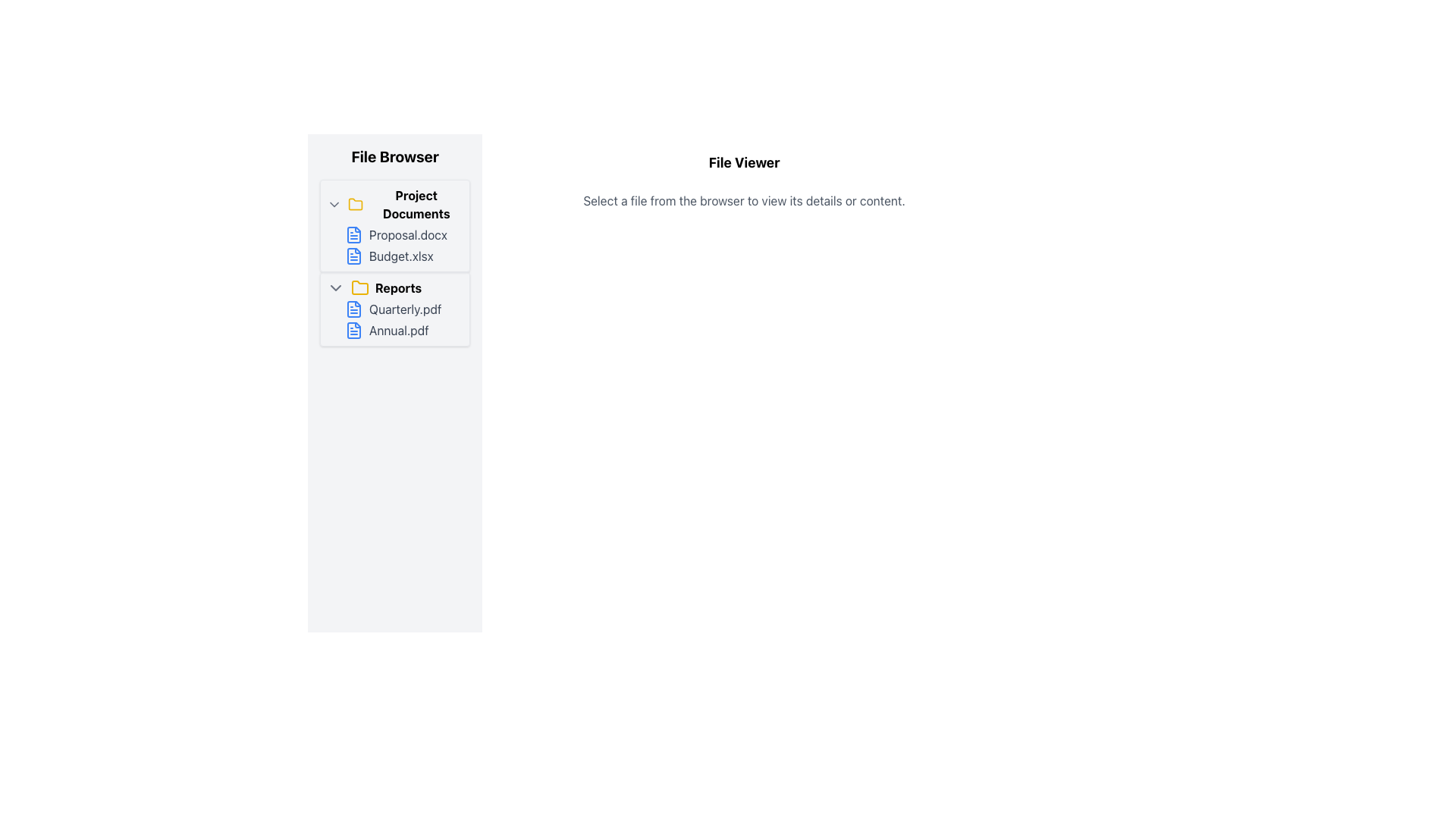  Describe the element at coordinates (398, 288) in the screenshot. I see `the bold text label displaying 'Reports'` at that location.